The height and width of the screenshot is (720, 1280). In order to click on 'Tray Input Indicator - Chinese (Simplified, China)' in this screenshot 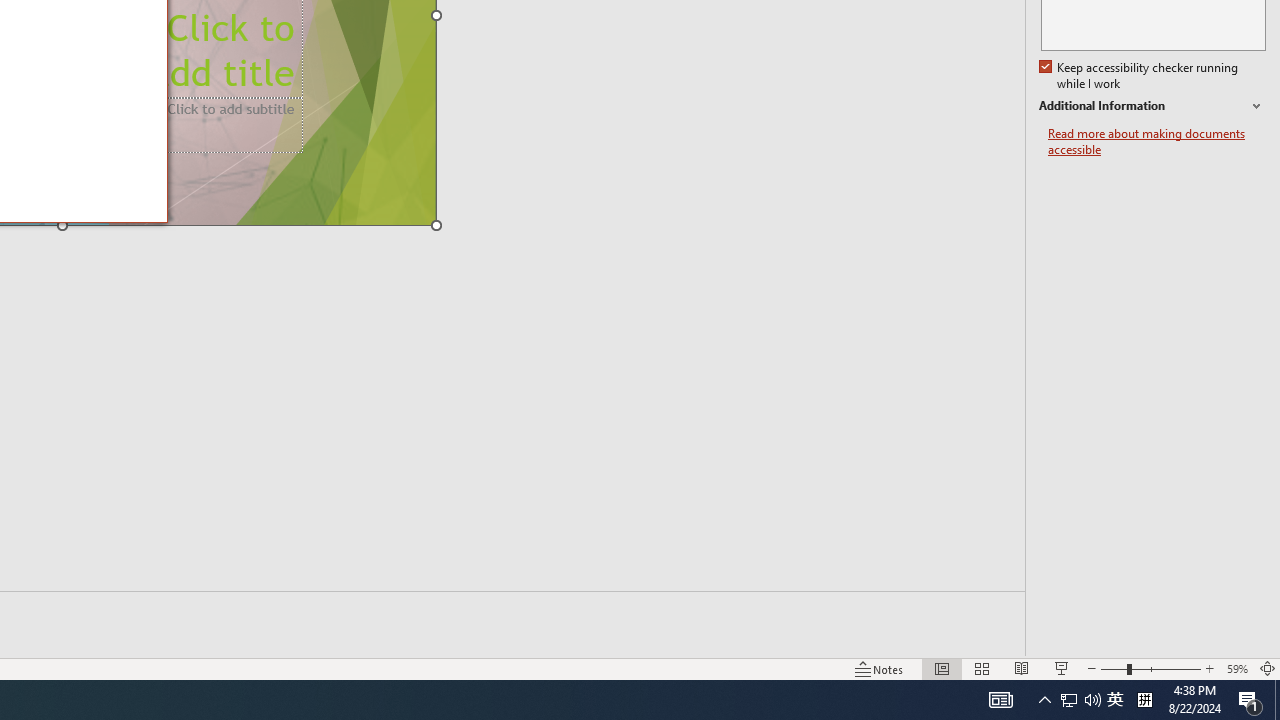, I will do `click(1144, 698)`.